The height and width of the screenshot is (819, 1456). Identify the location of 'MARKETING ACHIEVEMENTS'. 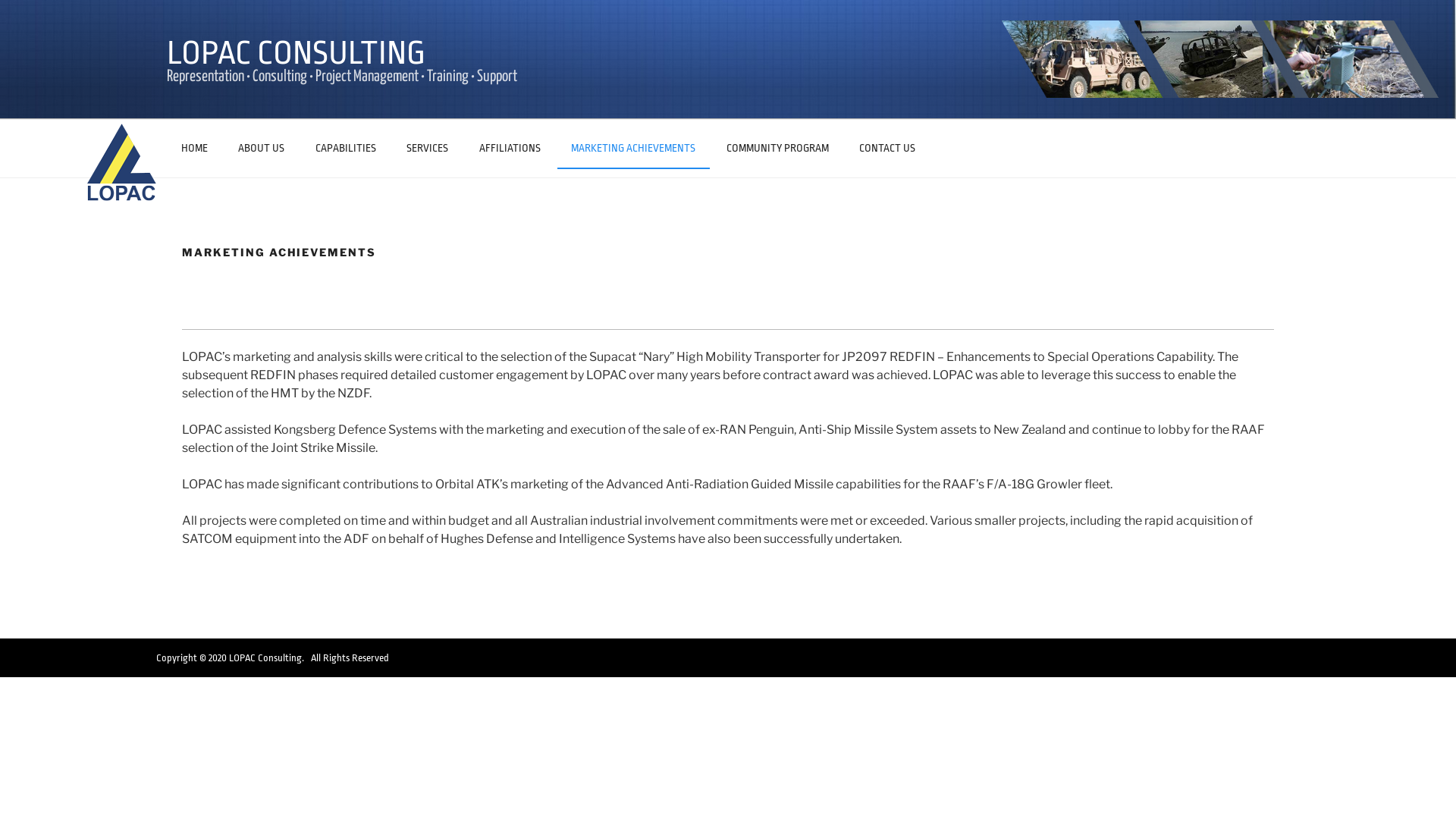
(633, 148).